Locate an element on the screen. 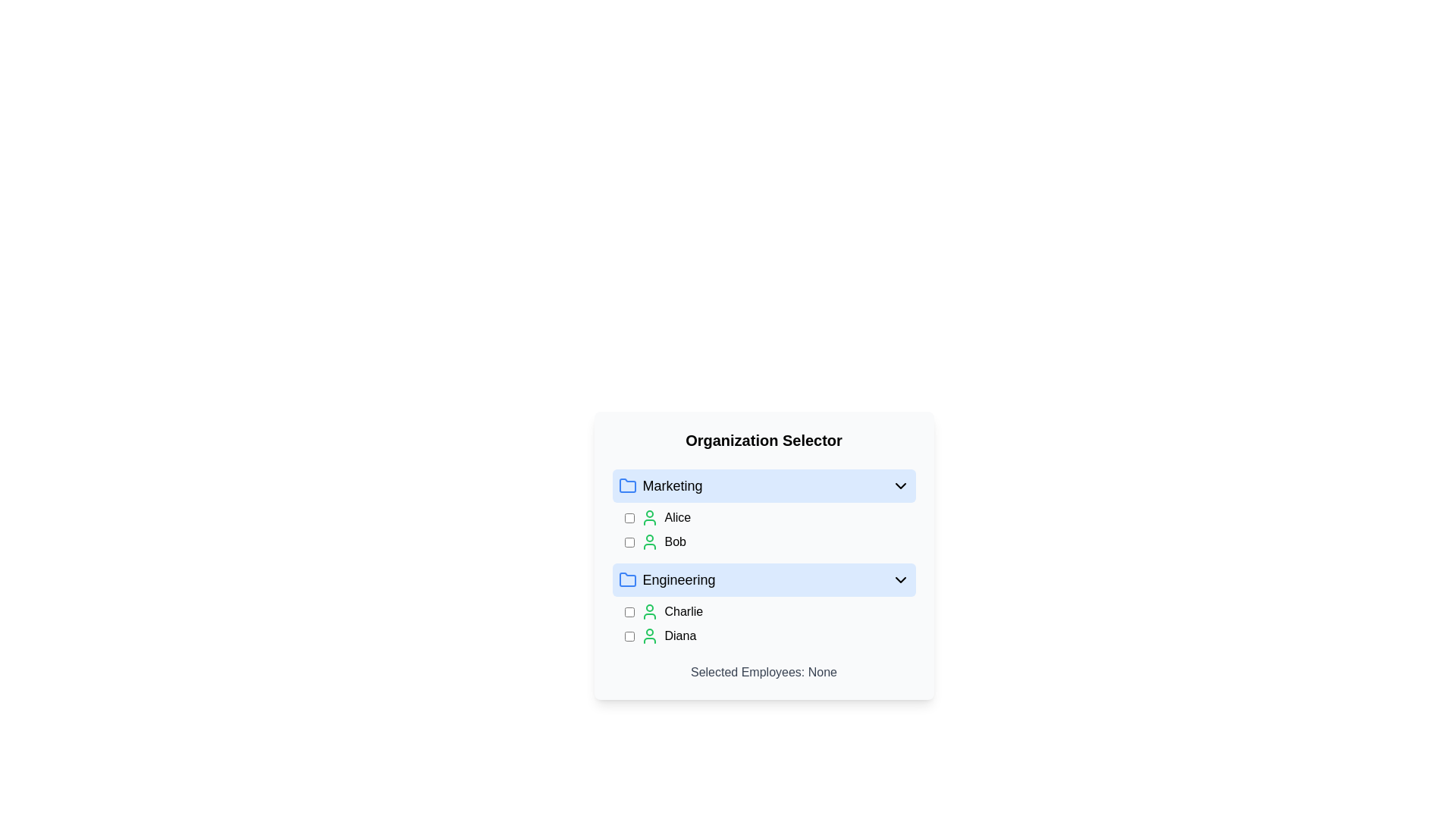 This screenshot has height=819, width=1456. the Dropdown toggle button located in the 'Marketing' section is located at coordinates (900, 485).